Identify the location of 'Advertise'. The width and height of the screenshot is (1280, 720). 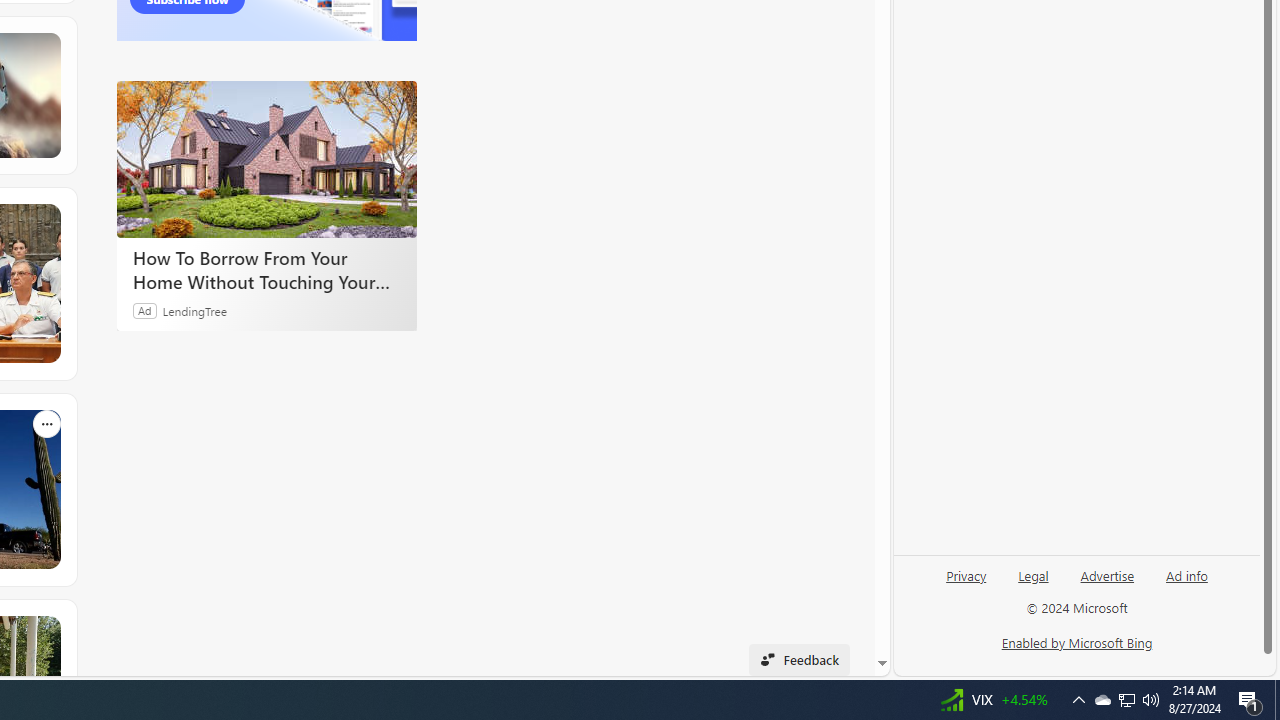
(1106, 574).